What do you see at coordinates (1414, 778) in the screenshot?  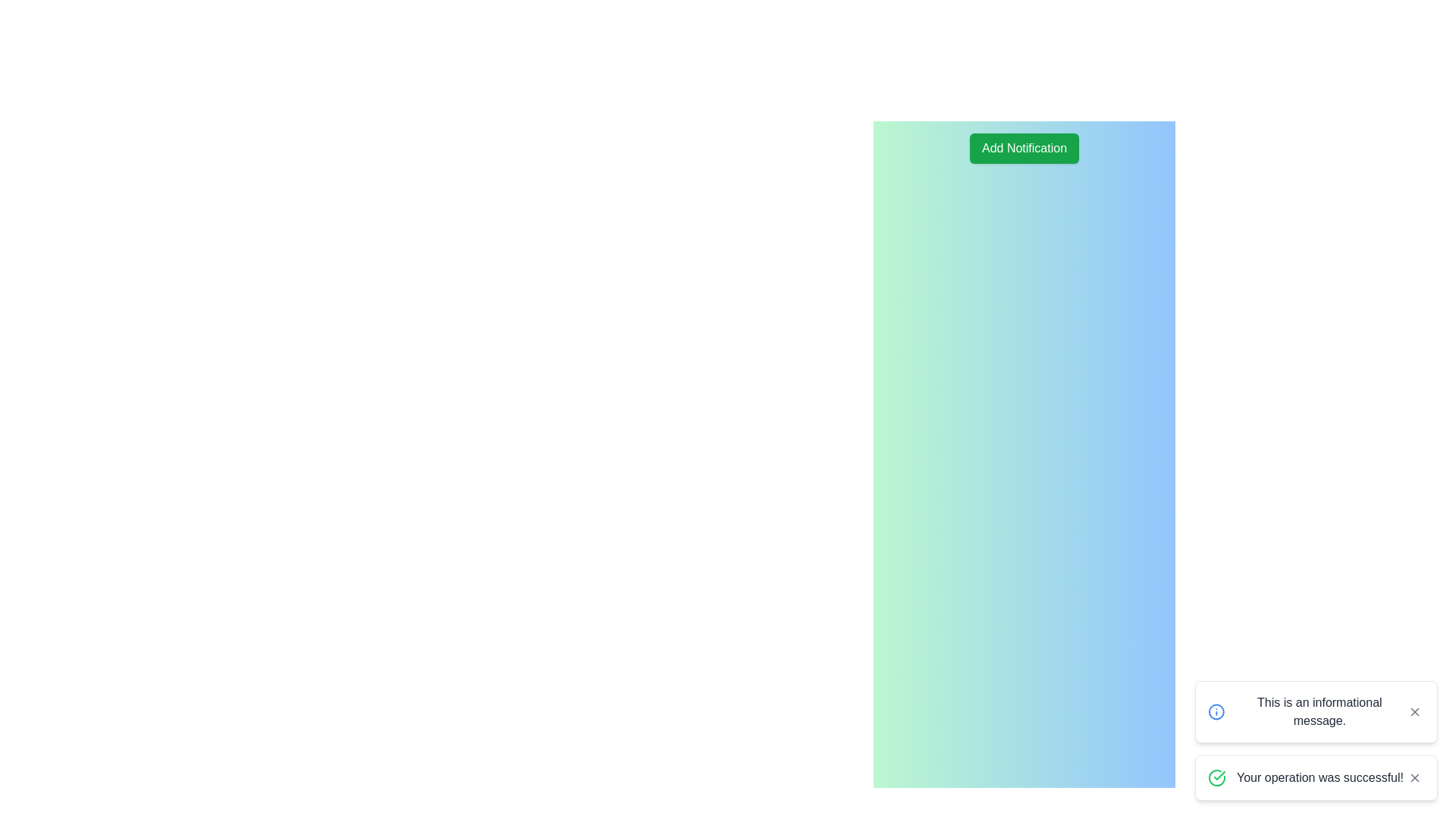 I see `the small gray button with an 'X' icon in the top-right corner of the notification box` at bounding box center [1414, 778].